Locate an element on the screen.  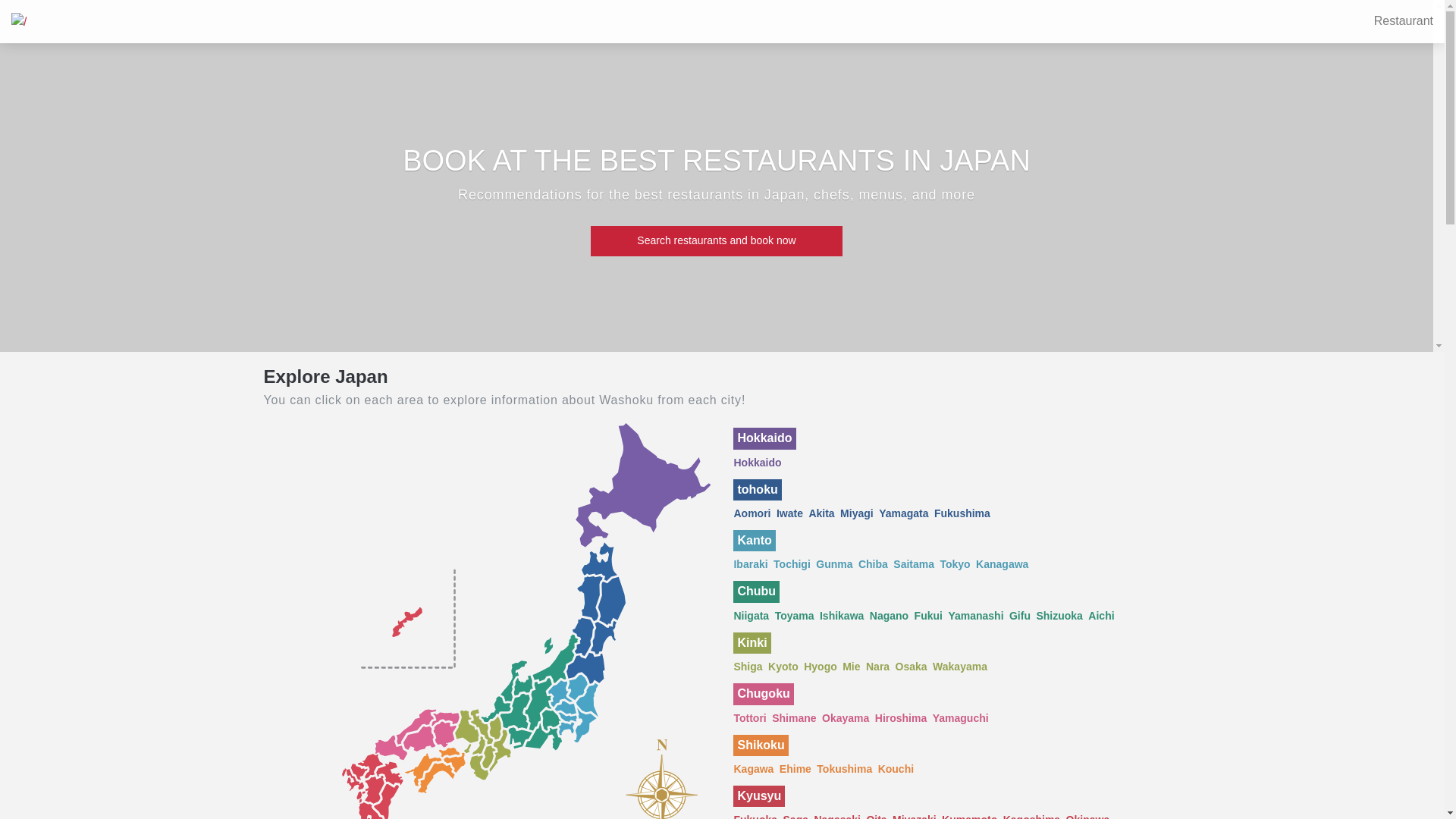
'Akita' is located at coordinates (821, 513).